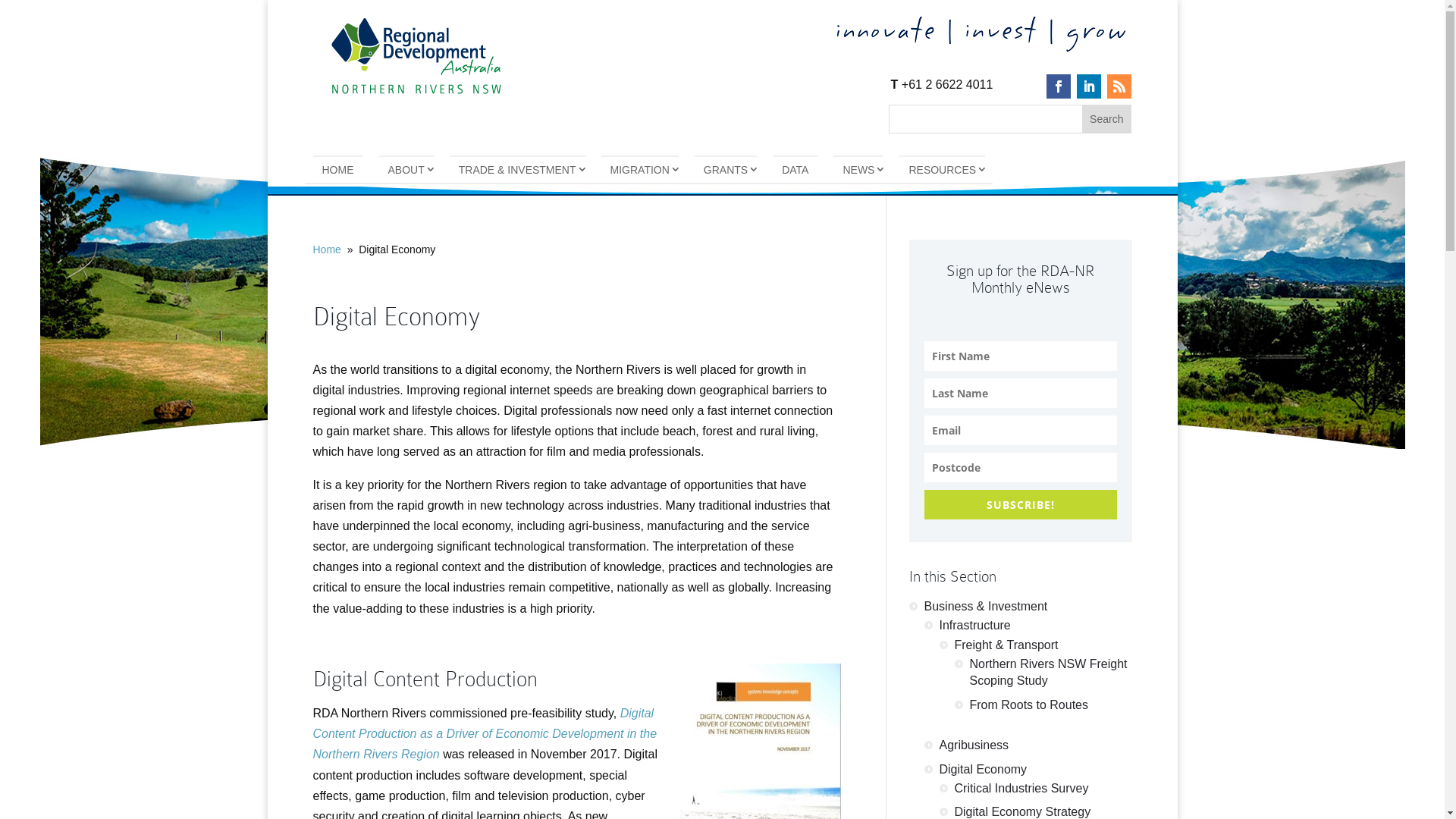 The width and height of the screenshot is (1456, 819). I want to click on 'RESOURCES', so click(941, 169).